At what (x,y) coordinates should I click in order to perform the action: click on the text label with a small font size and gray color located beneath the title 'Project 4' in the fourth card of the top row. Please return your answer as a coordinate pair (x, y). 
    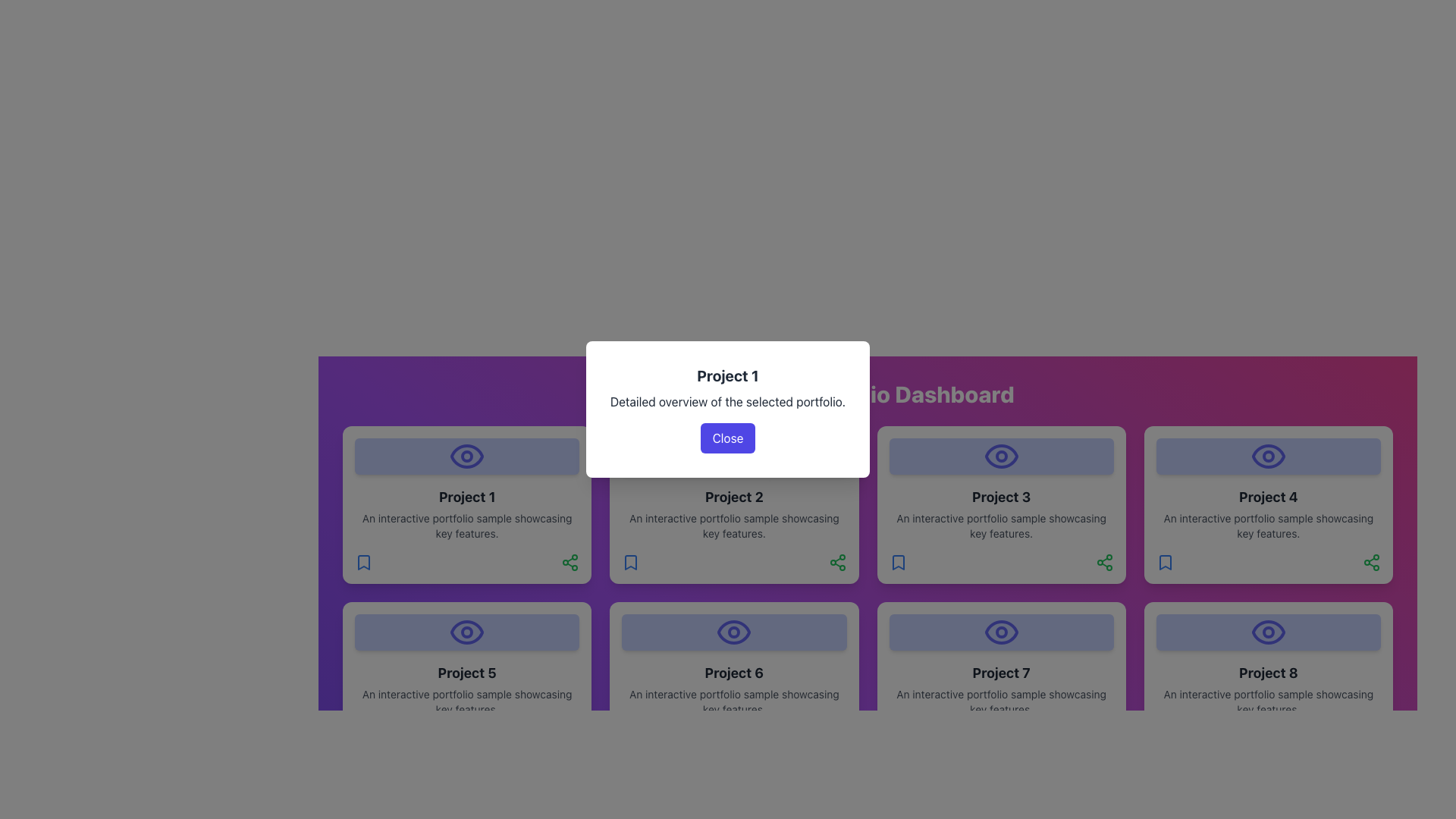
    Looking at the image, I should click on (1268, 526).